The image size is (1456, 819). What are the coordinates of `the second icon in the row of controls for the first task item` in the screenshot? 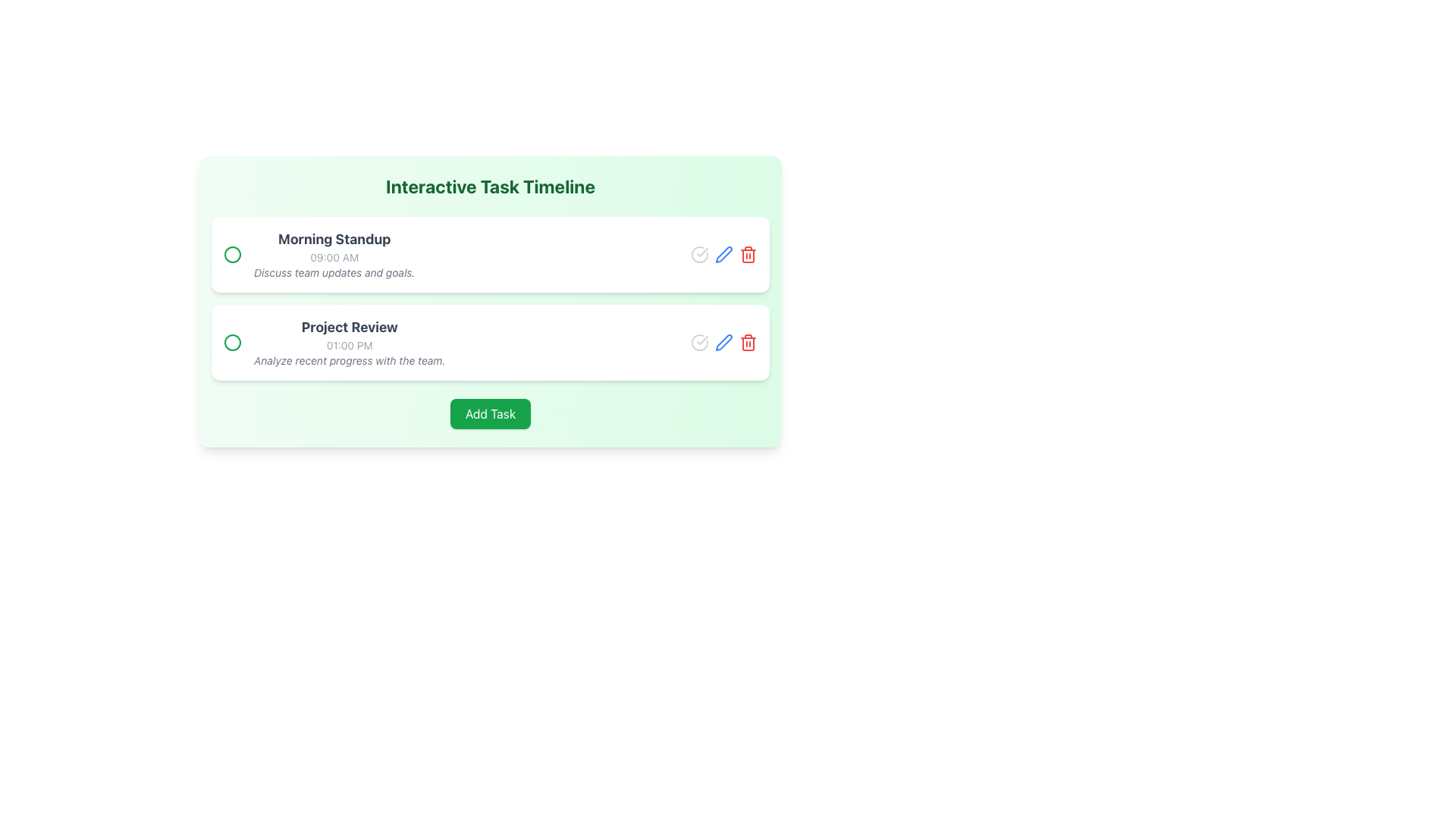 It's located at (723, 253).